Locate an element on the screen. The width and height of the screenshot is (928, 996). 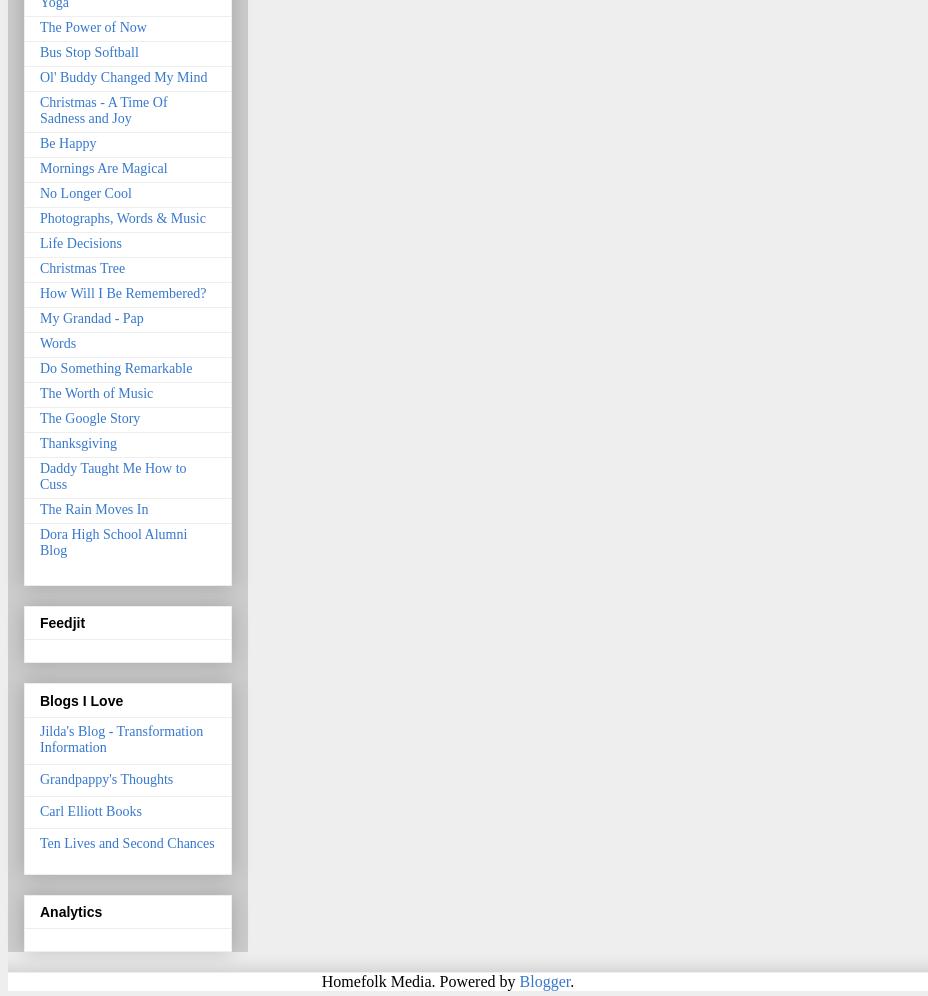
'.' is located at coordinates (571, 979).